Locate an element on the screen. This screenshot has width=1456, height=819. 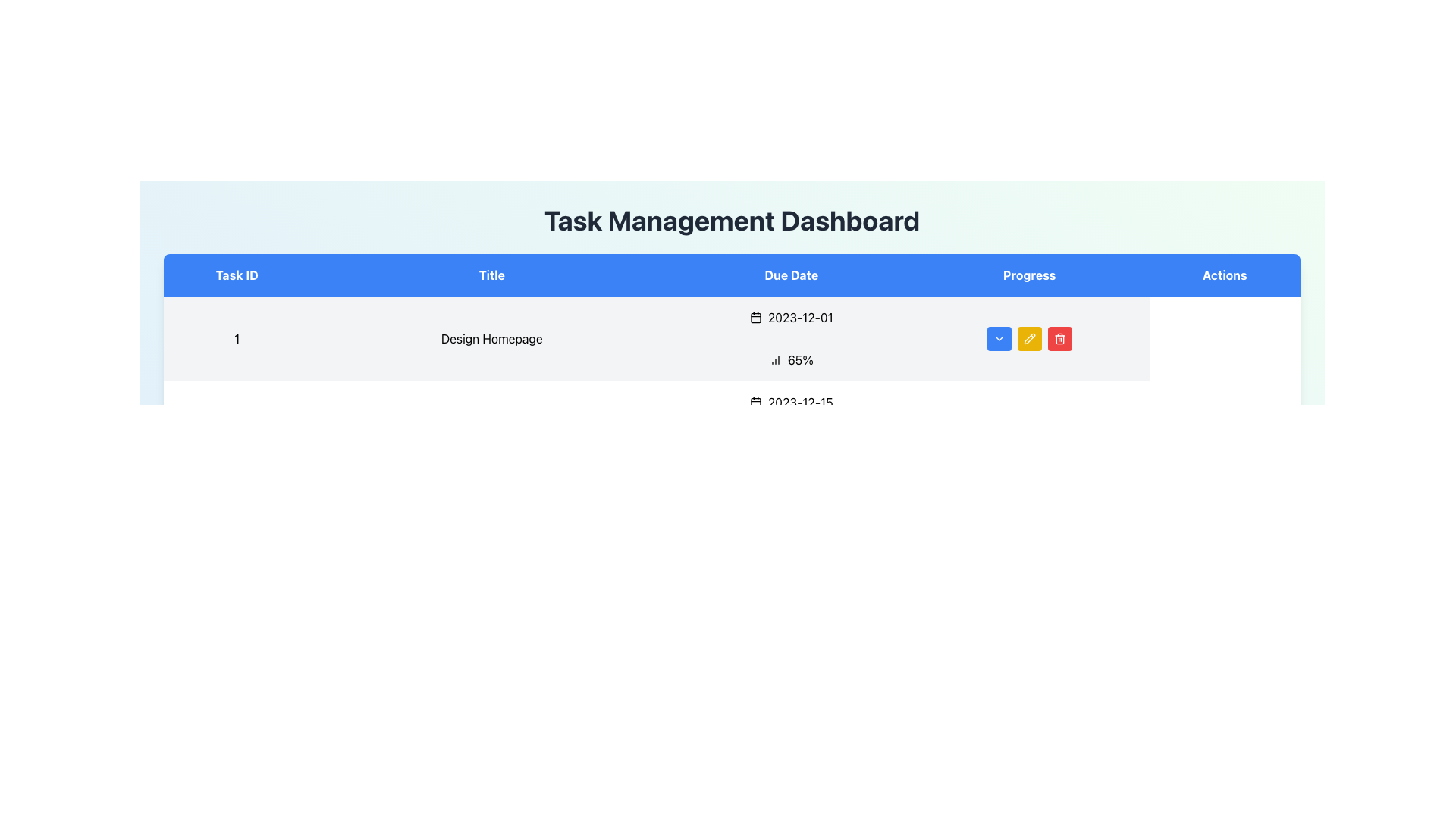
the percentage value displayed in the Text and Icon Indicator, which shows '65%' and is located in the 'Progress' column of the table is located at coordinates (790, 359).